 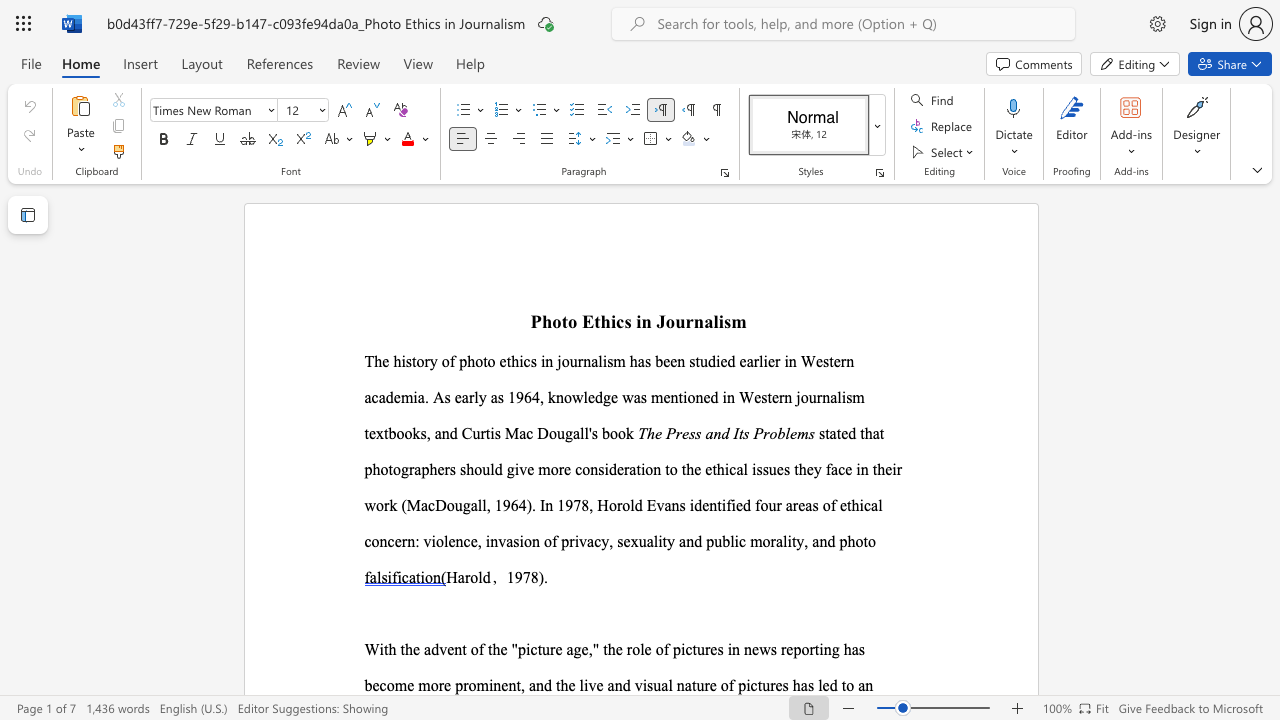 What do you see at coordinates (509, 541) in the screenshot?
I see `the 4th character "a" in the text` at bounding box center [509, 541].